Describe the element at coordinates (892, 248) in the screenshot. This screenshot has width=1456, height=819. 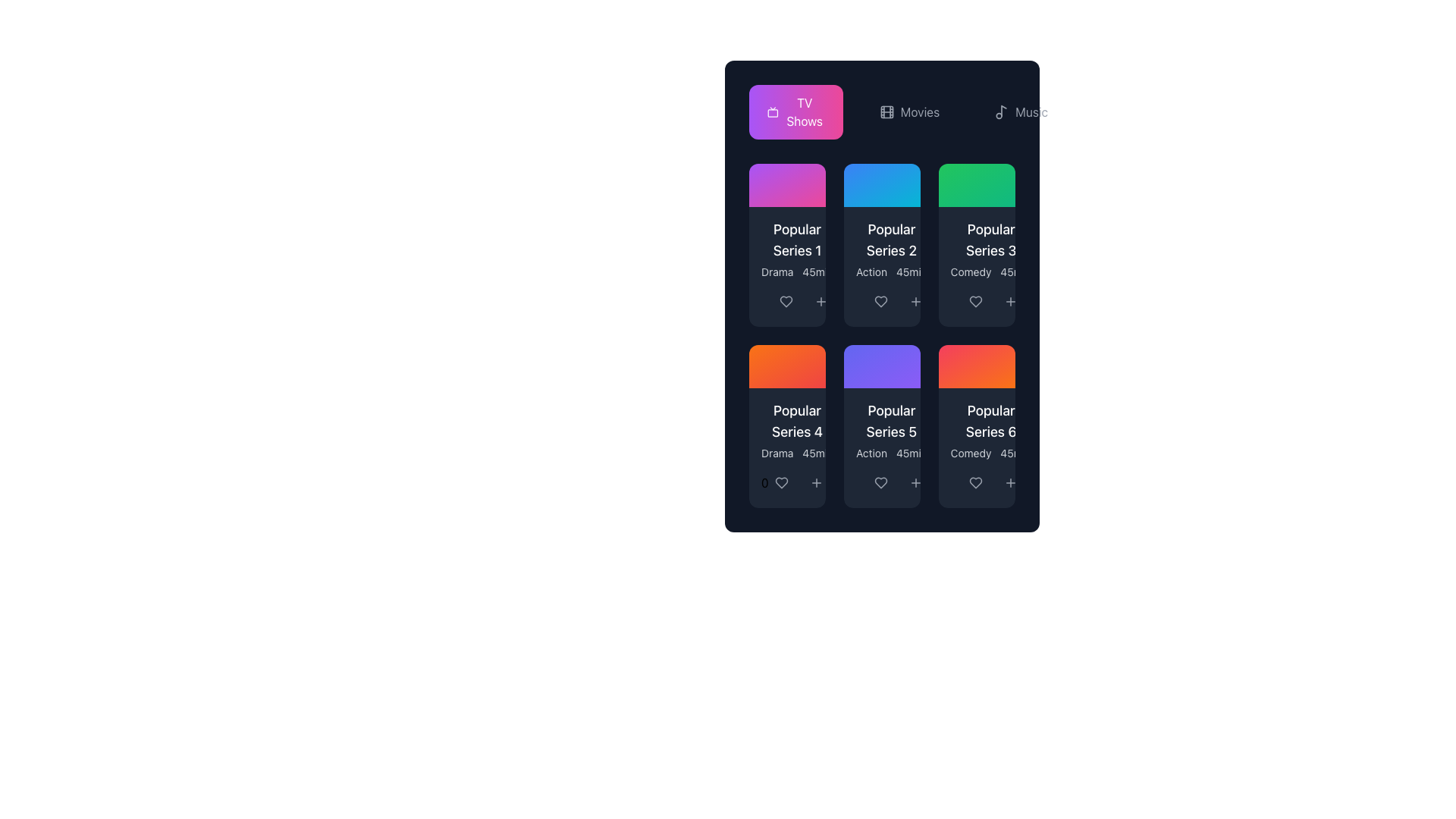
I see `the informational card that displays details about a specific series, positioned as the second card in the top row of the grid layout` at that location.